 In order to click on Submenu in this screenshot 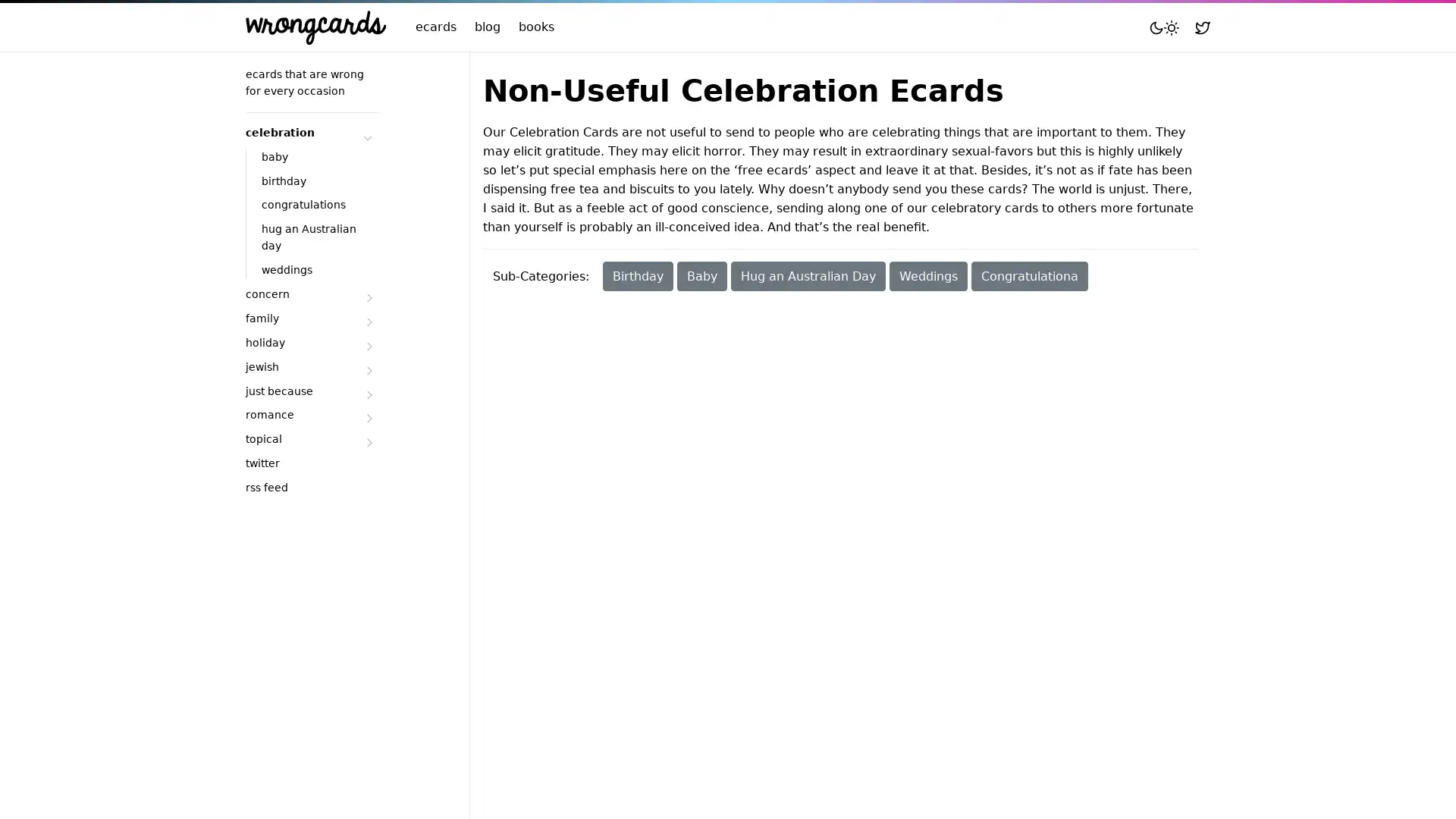, I will do `click(367, 345)`.